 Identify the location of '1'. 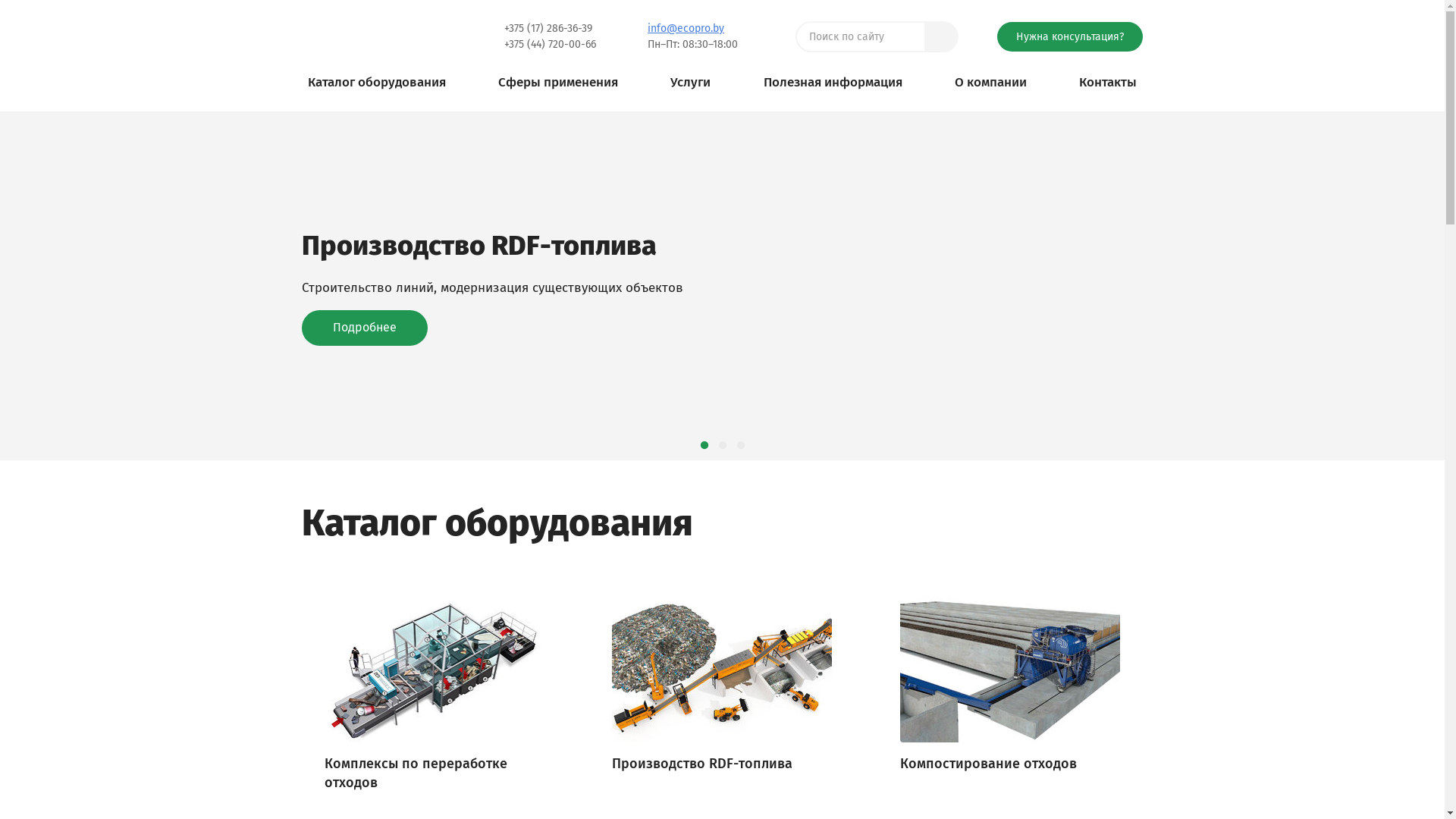
(702, 444).